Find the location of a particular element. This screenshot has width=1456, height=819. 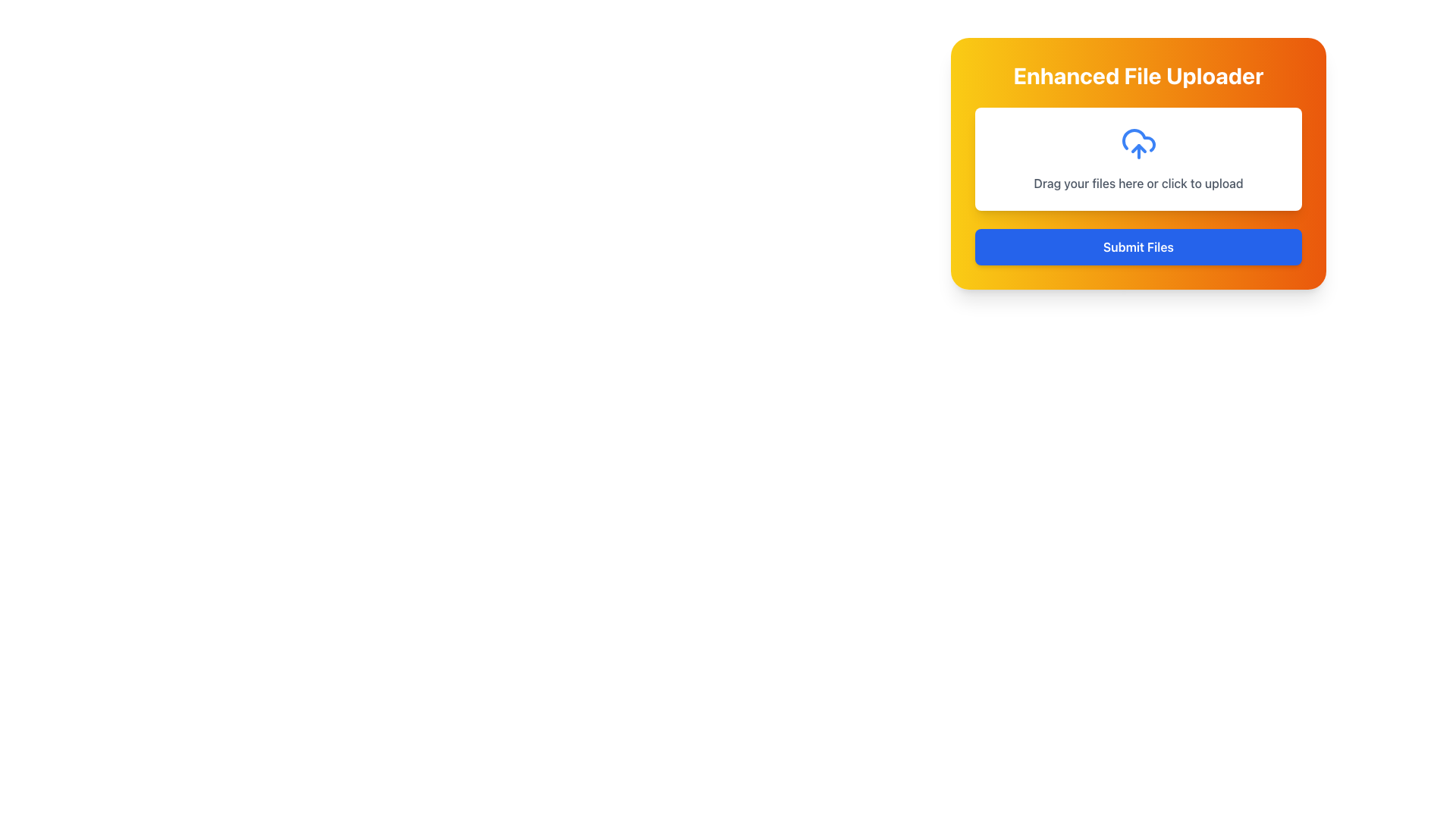

the submission button located at the bottom of the file uploader, which changes its background color is located at coordinates (1138, 246).